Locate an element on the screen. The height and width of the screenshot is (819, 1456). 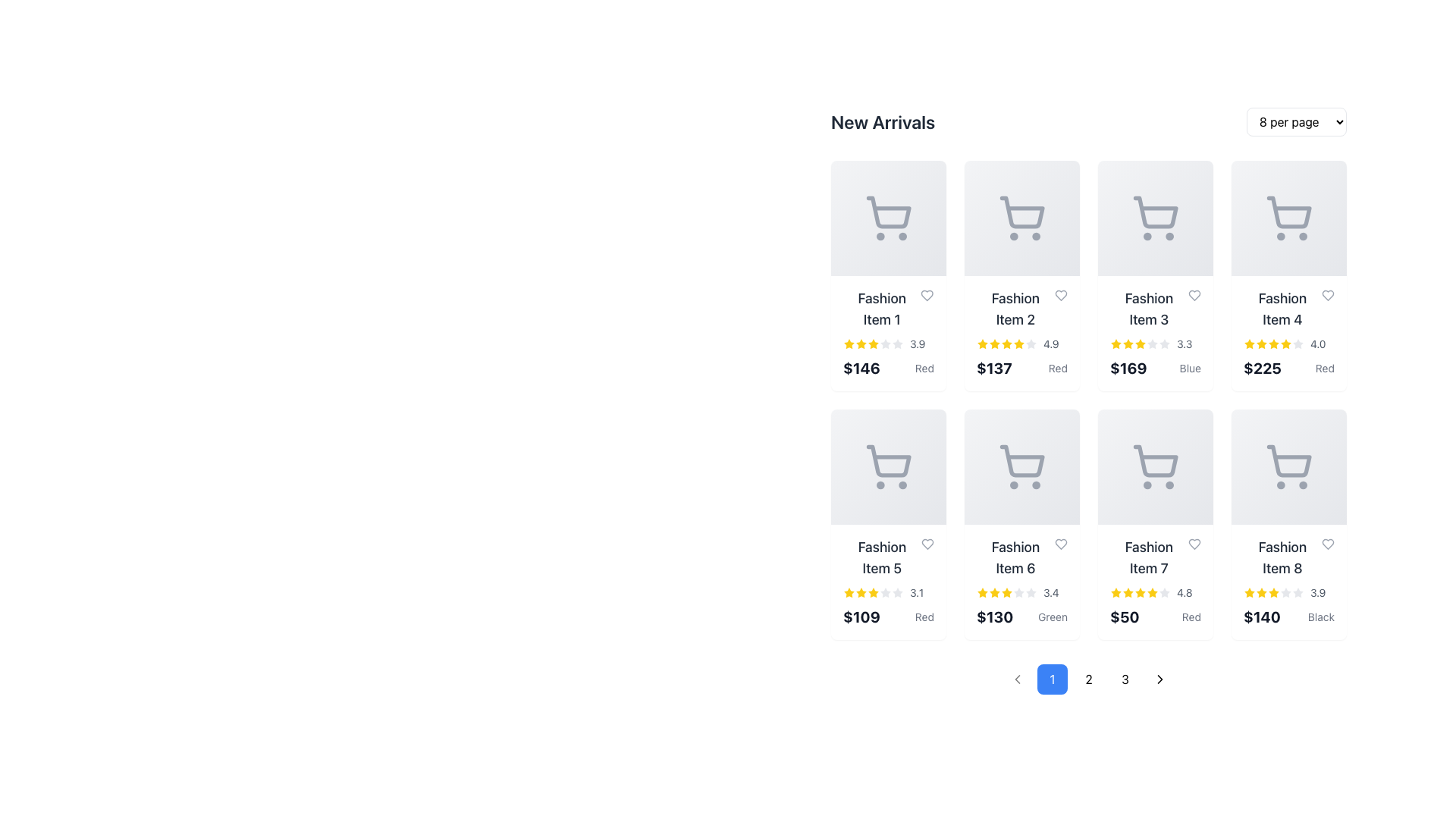
the star rating display of 'Fashion Item 3' is located at coordinates (1154, 344).